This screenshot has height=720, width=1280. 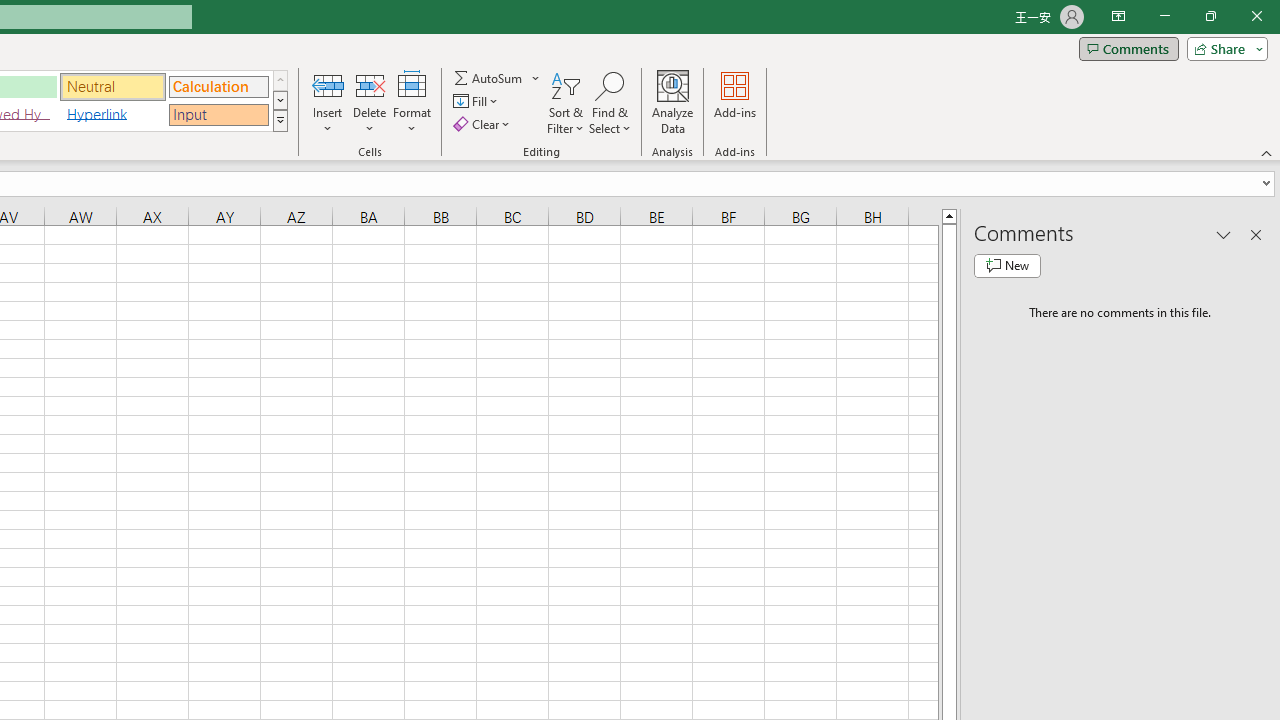 I want to click on 'Analyze Data', so click(x=673, y=103).